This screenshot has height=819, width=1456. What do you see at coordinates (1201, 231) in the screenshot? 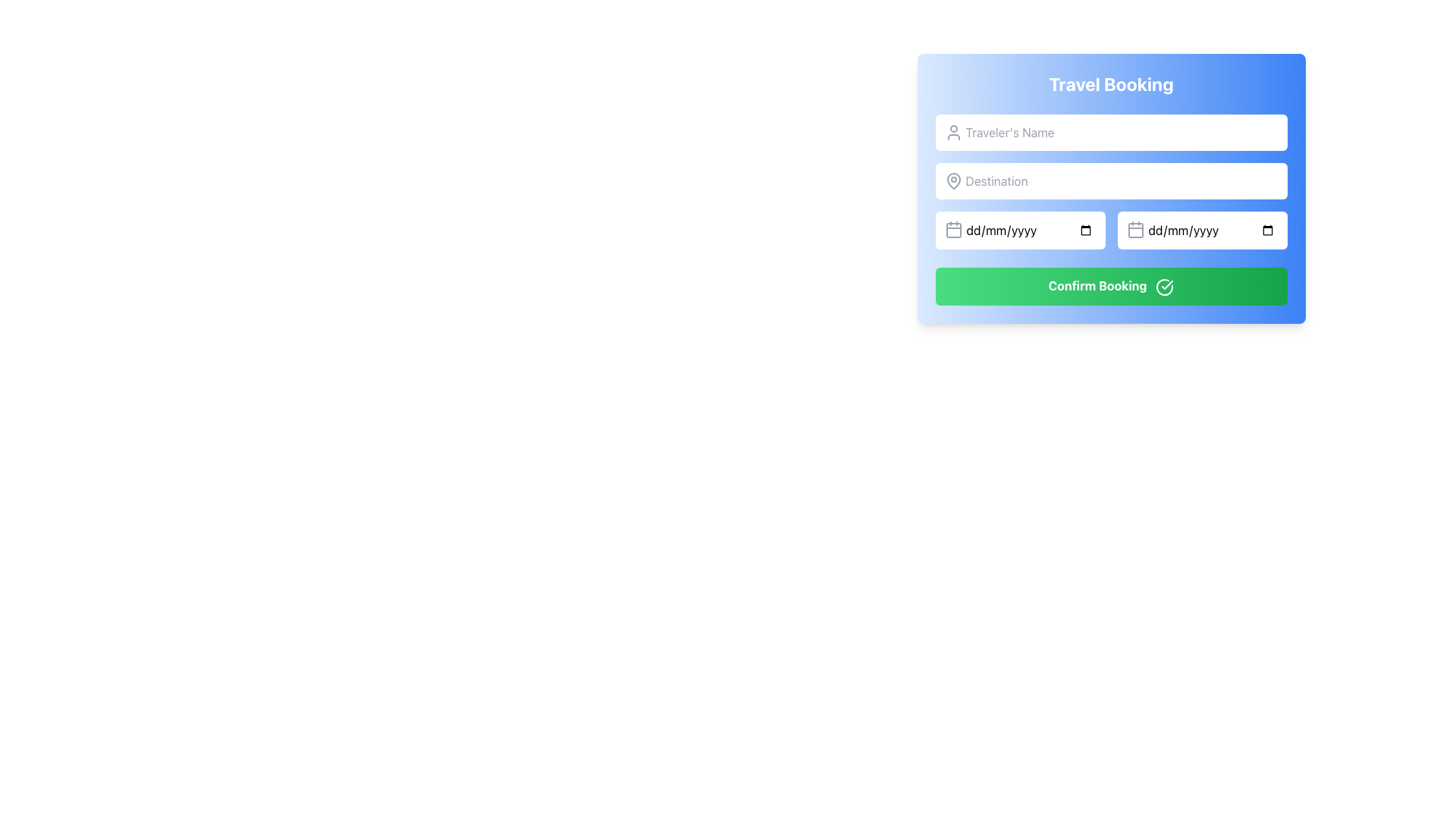
I see `the date input field with placeholder text 'dd/mm/yyyy' in the travel booking form to focus on it` at bounding box center [1201, 231].